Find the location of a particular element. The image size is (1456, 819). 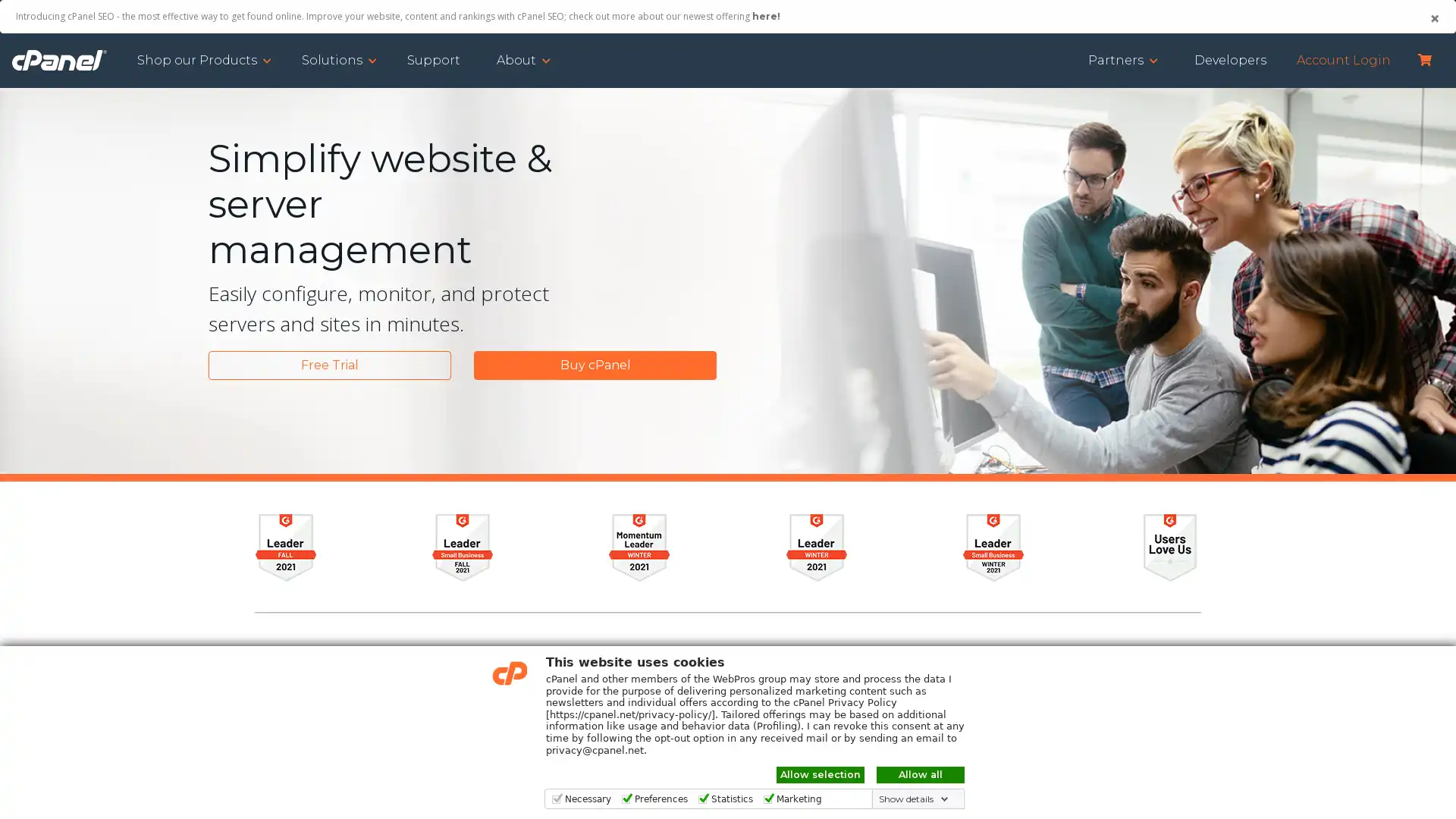

Close is located at coordinates (1433, 18).